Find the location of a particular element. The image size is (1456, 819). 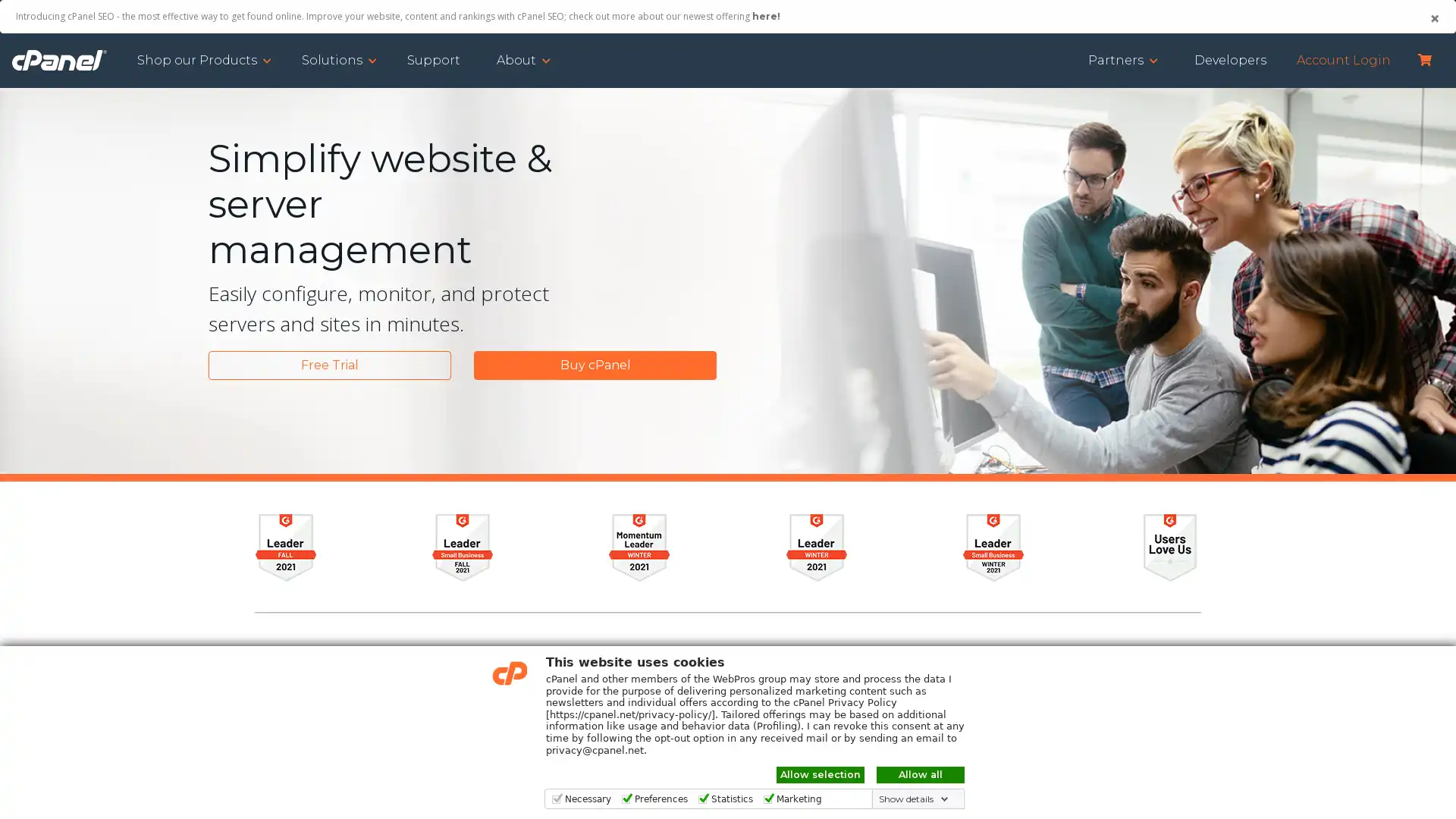

Close is located at coordinates (1433, 18).